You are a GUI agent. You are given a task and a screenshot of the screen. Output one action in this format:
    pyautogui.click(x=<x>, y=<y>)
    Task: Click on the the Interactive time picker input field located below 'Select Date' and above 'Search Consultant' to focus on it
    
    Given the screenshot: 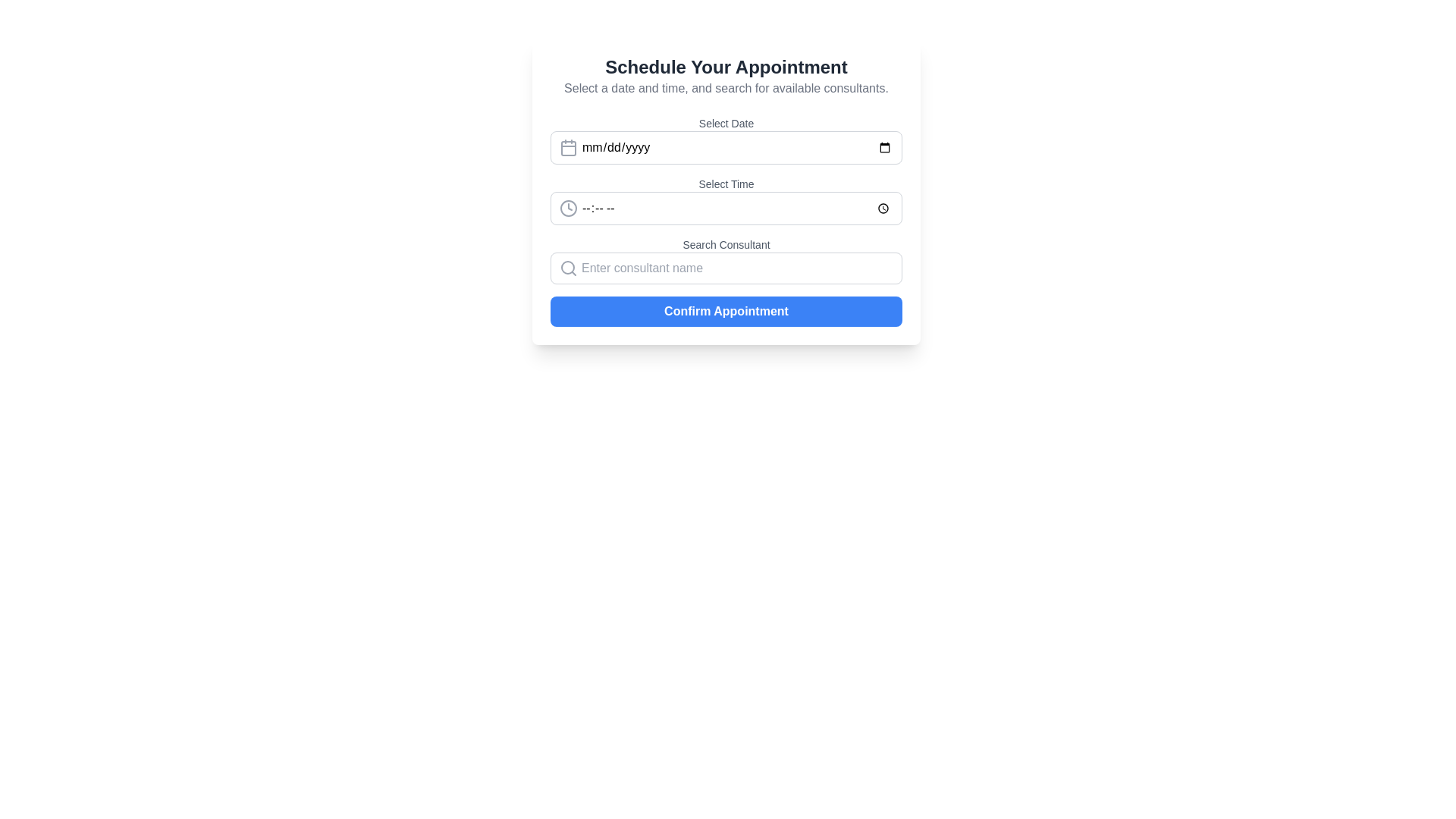 What is the action you would take?
    pyautogui.click(x=726, y=200)
    